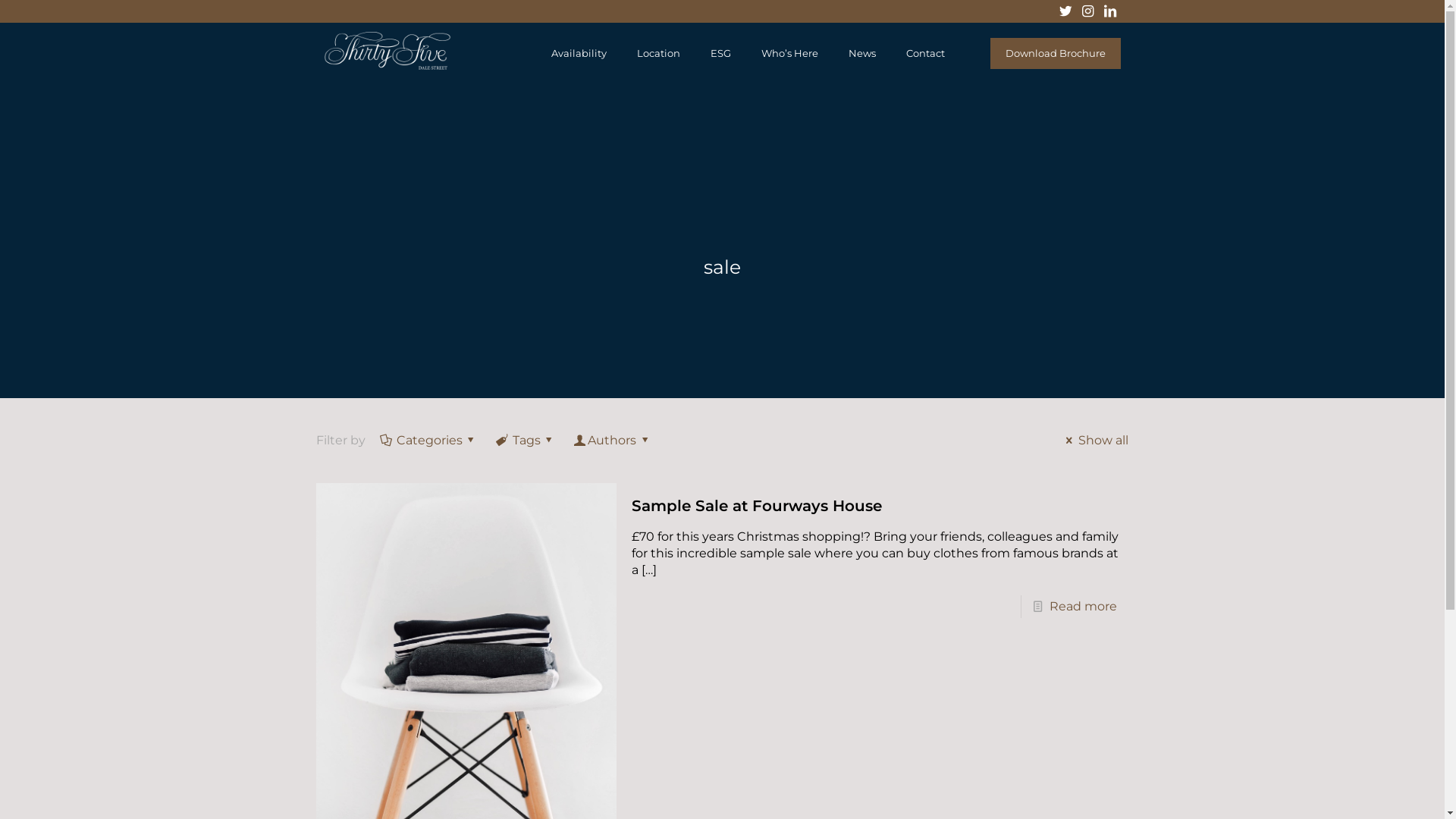 The height and width of the screenshot is (819, 1456). What do you see at coordinates (720, 52) in the screenshot?
I see `'ESG'` at bounding box center [720, 52].